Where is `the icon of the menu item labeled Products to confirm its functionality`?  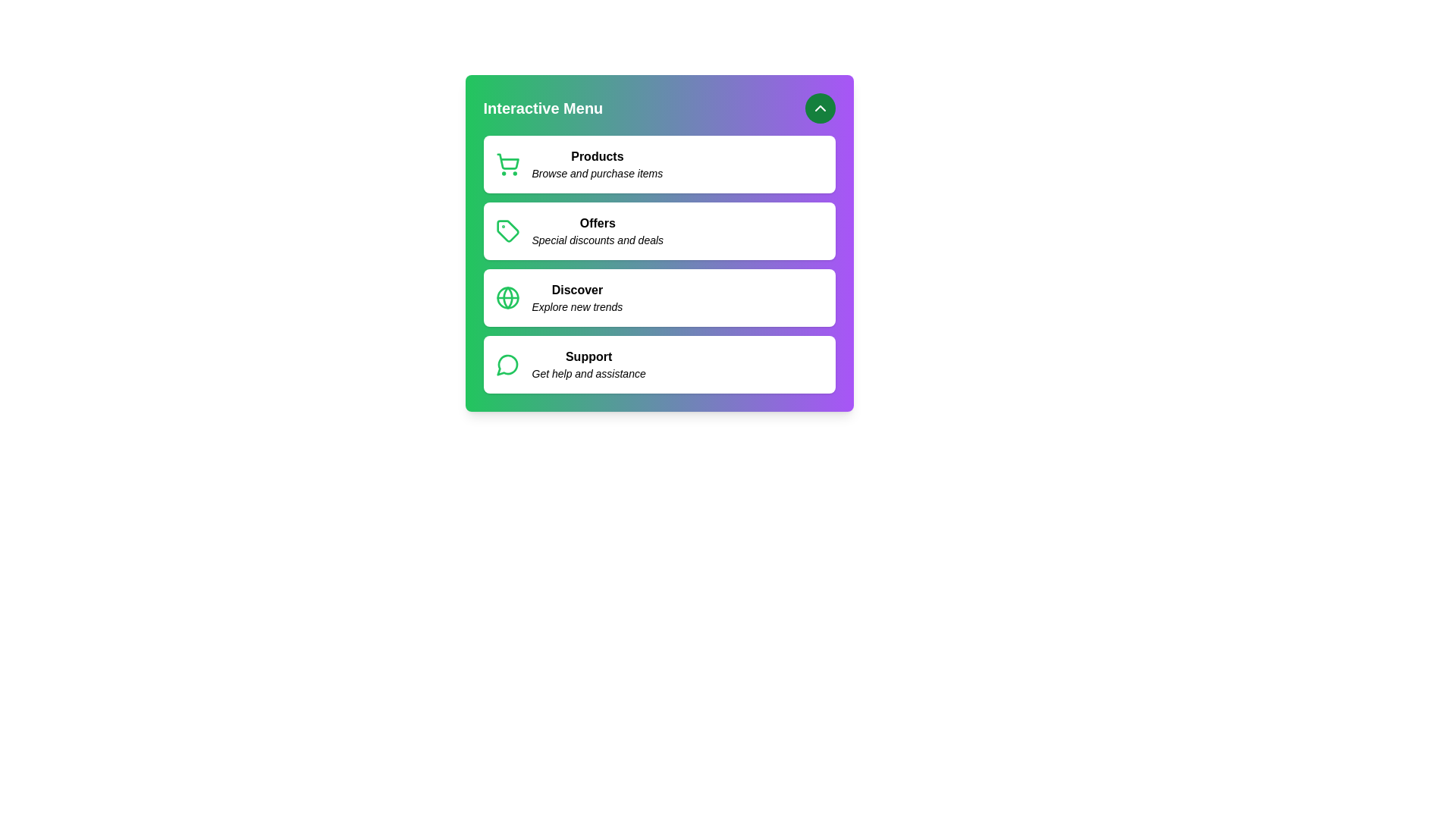 the icon of the menu item labeled Products to confirm its functionality is located at coordinates (507, 164).